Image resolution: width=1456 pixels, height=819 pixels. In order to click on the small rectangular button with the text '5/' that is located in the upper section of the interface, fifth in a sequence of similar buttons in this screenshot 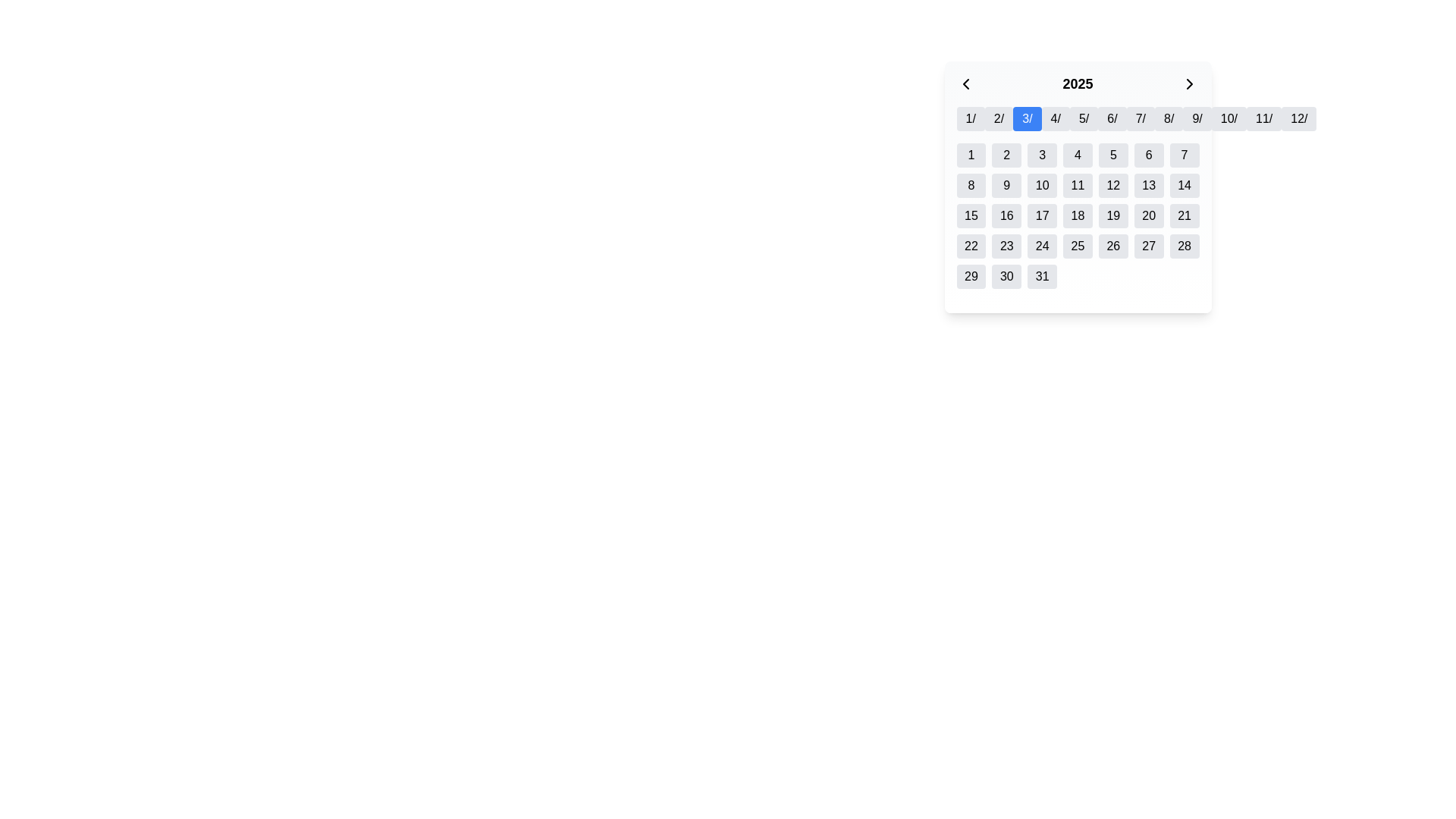, I will do `click(1083, 118)`.